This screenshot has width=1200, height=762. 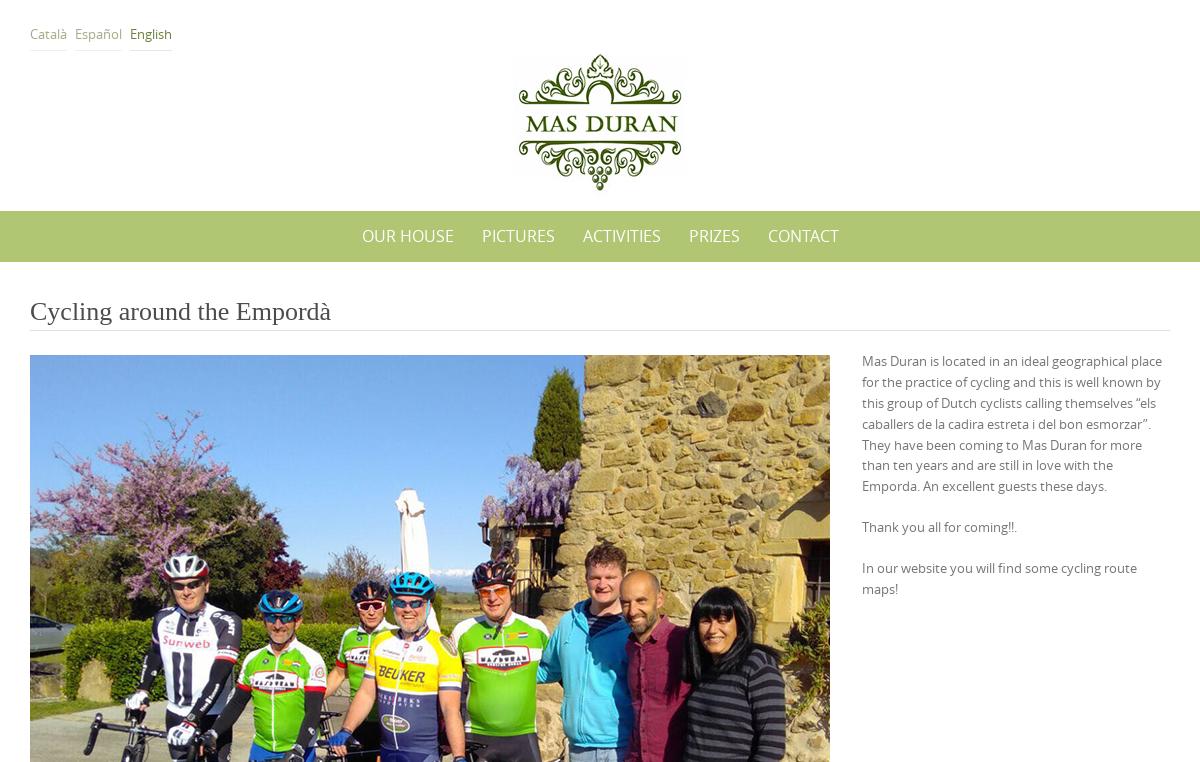 I want to click on 'Español', so click(x=98, y=32).